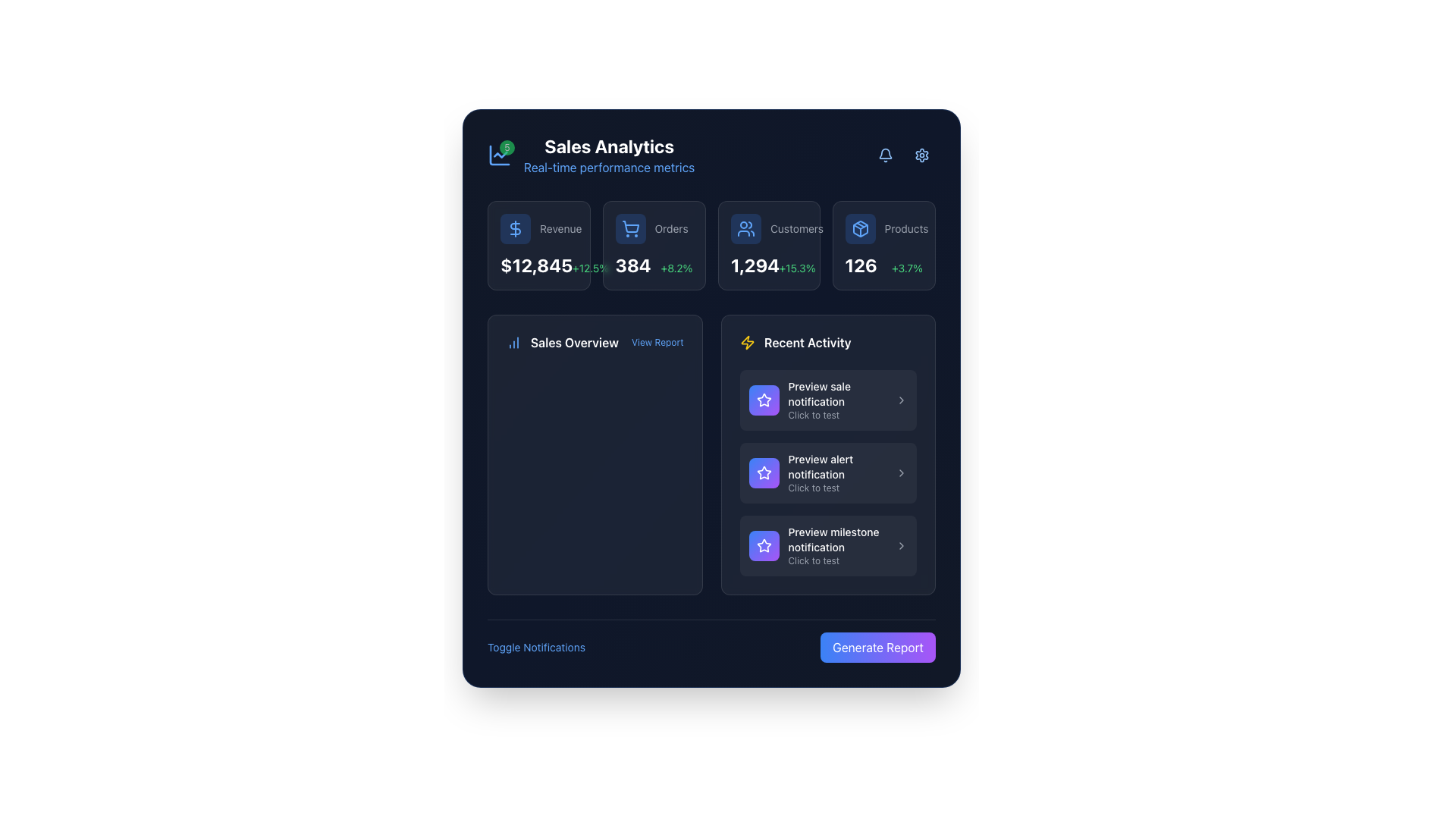 The image size is (1456, 819). What do you see at coordinates (507, 148) in the screenshot?
I see `the status of the Notification badge, which indicates the number of new or unread items, positioned at the top-right corner of the chart line graph icon` at bounding box center [507, 148].